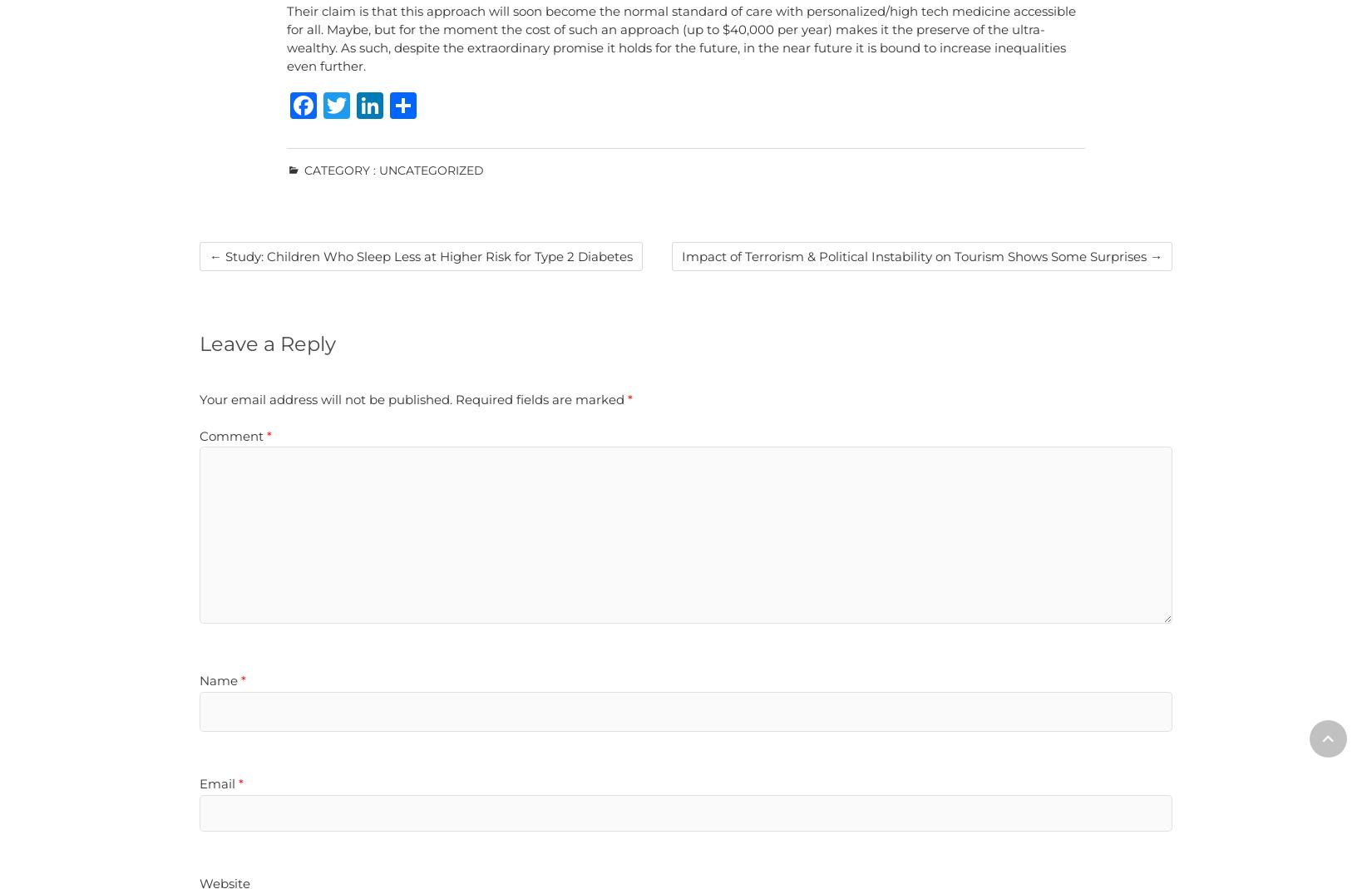 The height and width of the screenshot is (889, 1372). Describe the element at coordinates (200, 398) in the screenshot. I see `'Your email address will not be published.'` at that location.